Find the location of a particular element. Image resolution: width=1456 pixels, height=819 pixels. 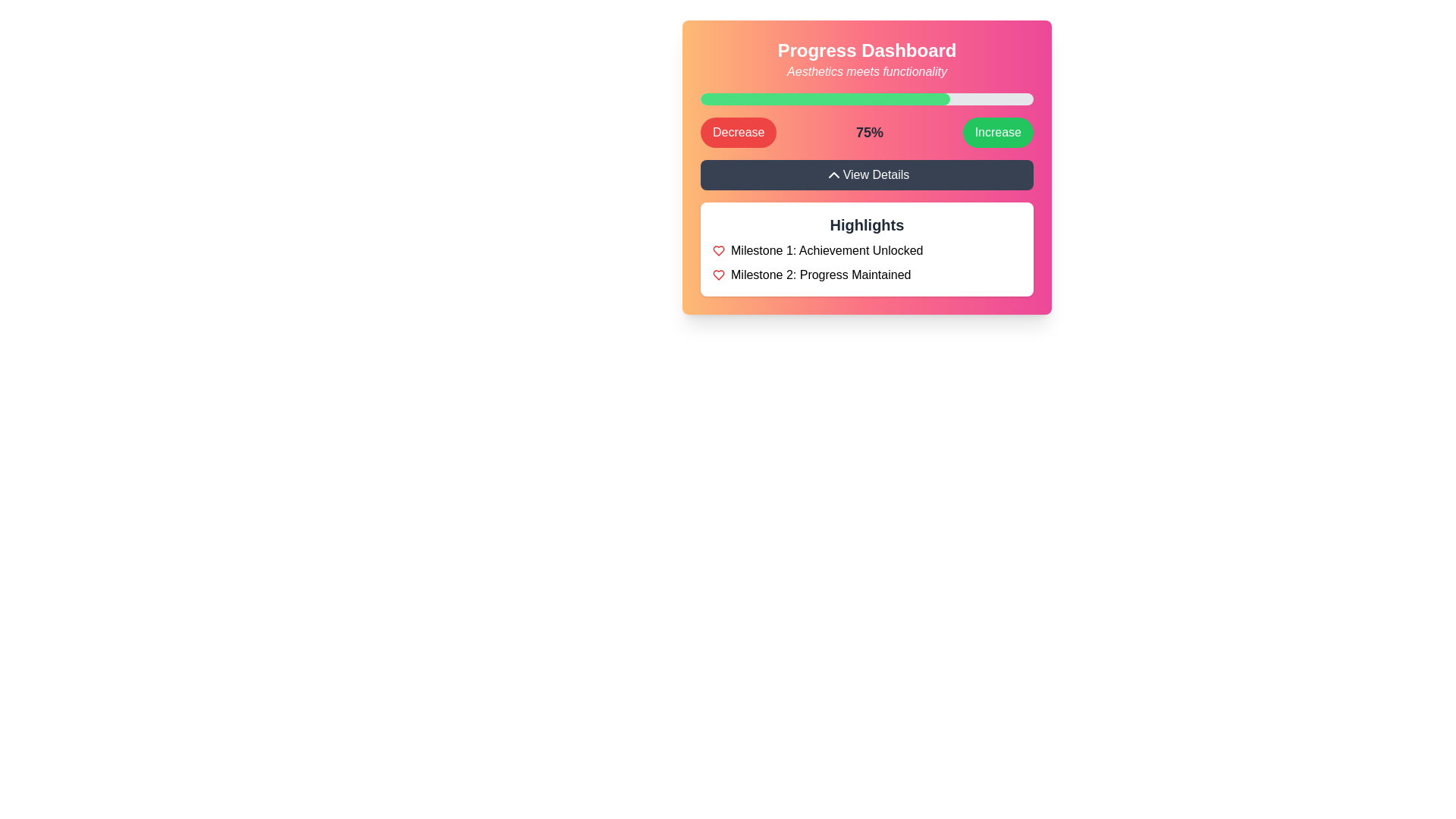

the static text label that reads 'Aesthetics meets functionality,' which is located directly below the 'Progress Dashboard' text and centered in the header area is located at coordinates (867, 72).